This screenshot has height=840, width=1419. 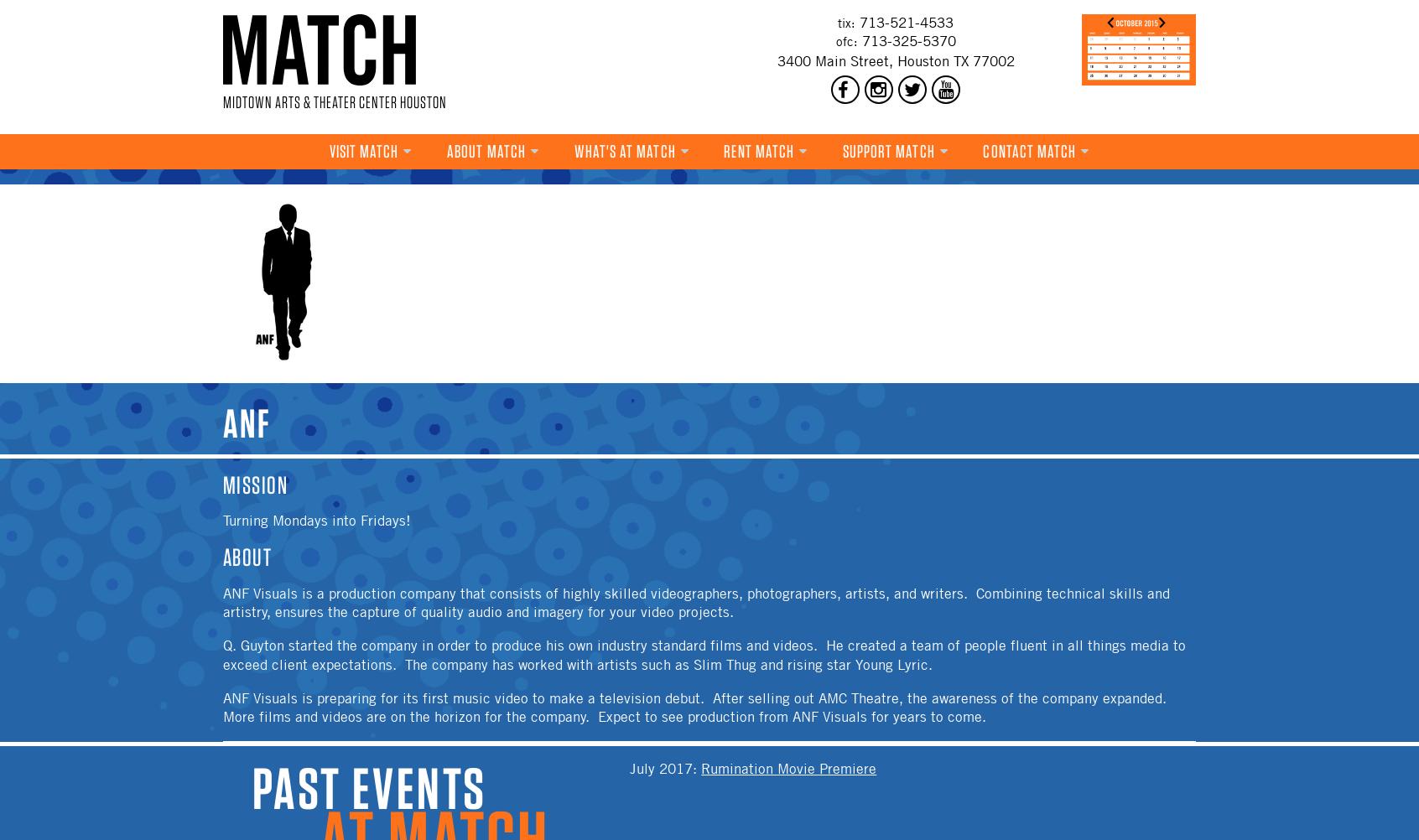 What do you see at coordinates (246, 556) in the screenshot?
I see `'About'` at bounding box center [246, 556].